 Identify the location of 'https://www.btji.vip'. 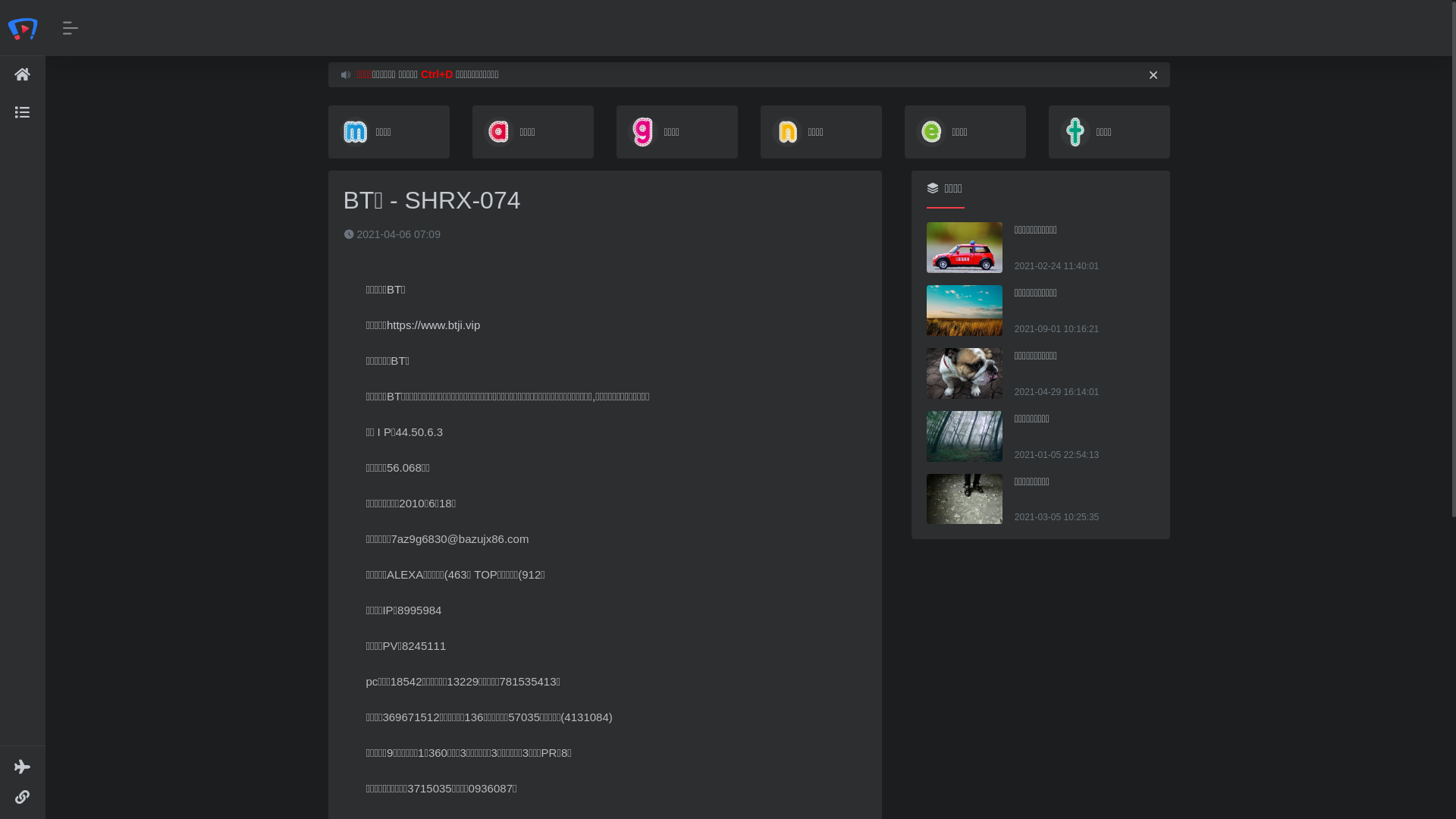
(432, 324).